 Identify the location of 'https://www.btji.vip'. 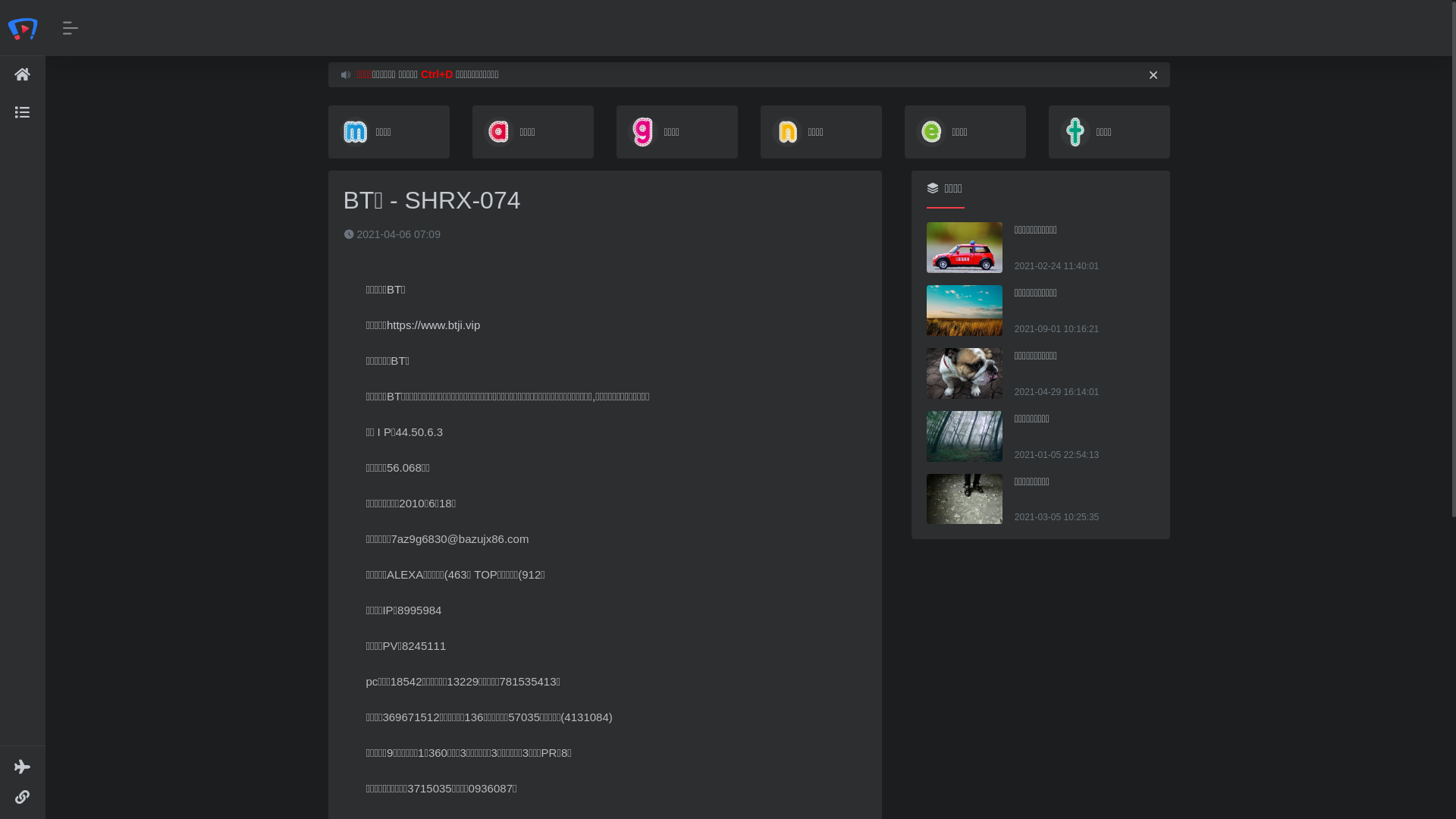
(432, 324).